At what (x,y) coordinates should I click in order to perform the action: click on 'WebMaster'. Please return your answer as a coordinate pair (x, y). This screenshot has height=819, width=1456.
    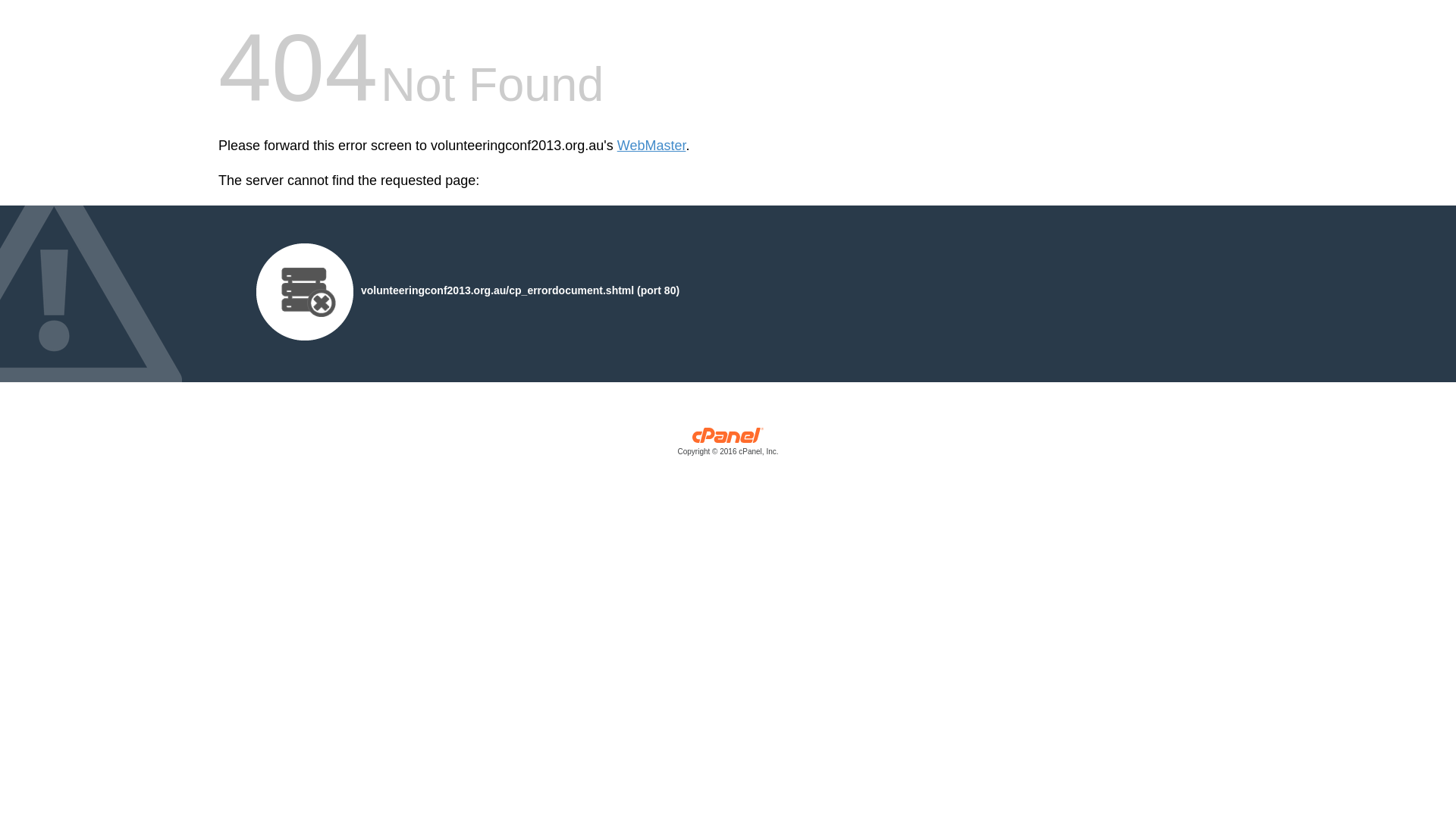
    Looking at the image, I should click on (651, 146).